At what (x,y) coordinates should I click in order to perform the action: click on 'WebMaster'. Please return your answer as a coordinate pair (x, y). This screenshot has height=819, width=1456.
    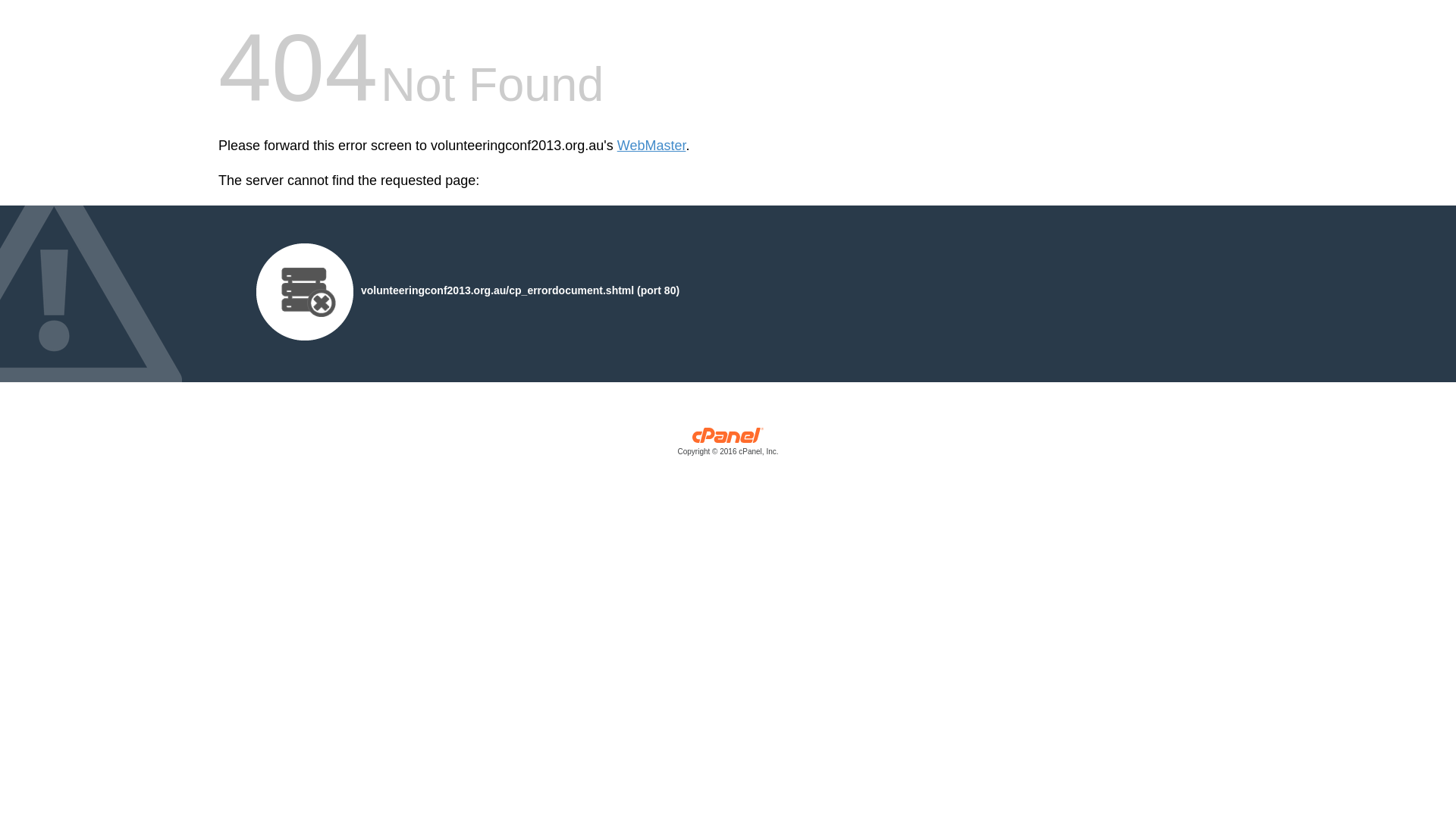
    Looking at the image, I should click on (651, 146).